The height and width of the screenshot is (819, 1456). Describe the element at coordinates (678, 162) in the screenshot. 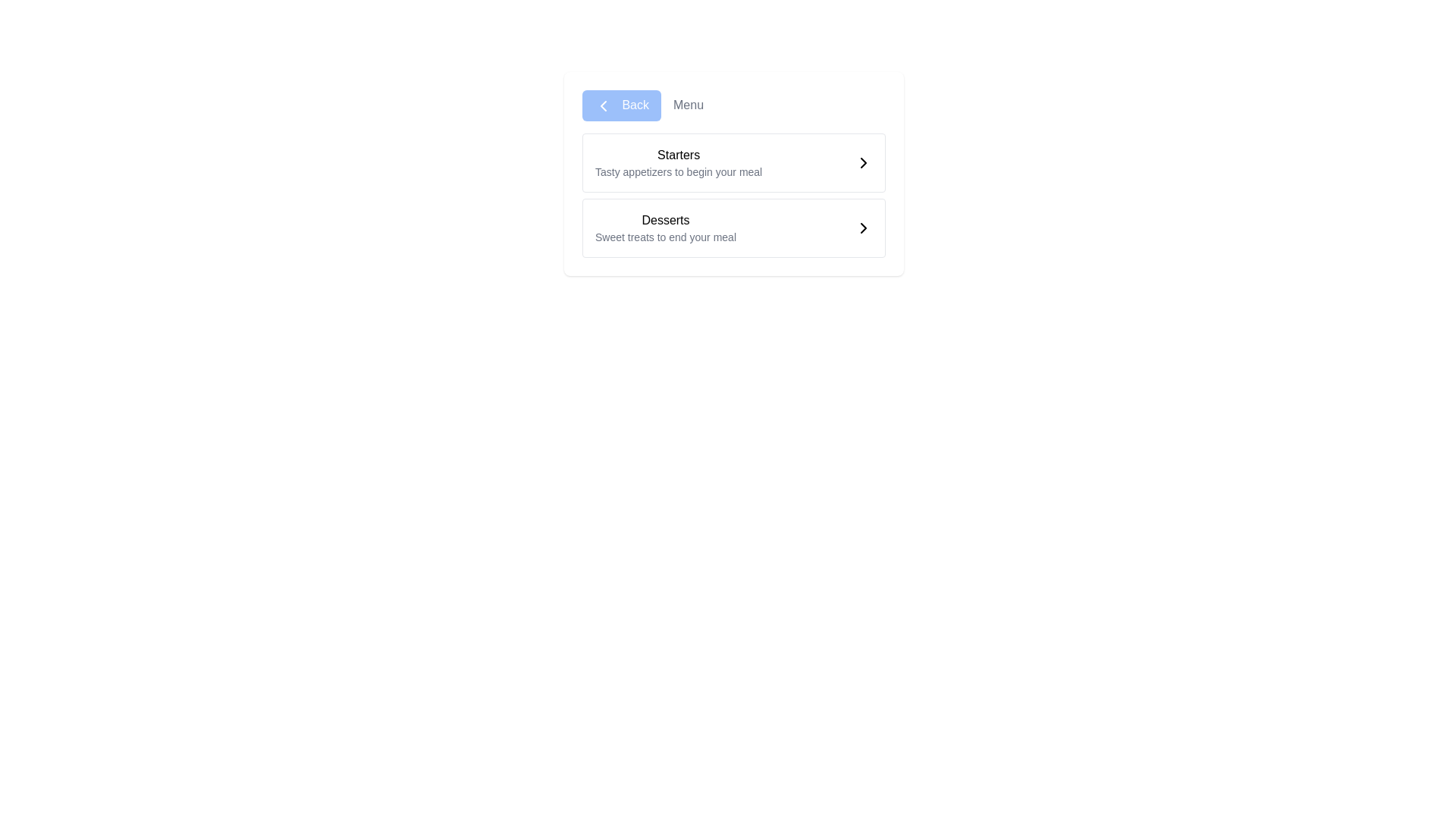

I see `the 'Starters' text pair element, which is the first item in the list under the 'Menu' header, to trigger the focus effect` at that location.